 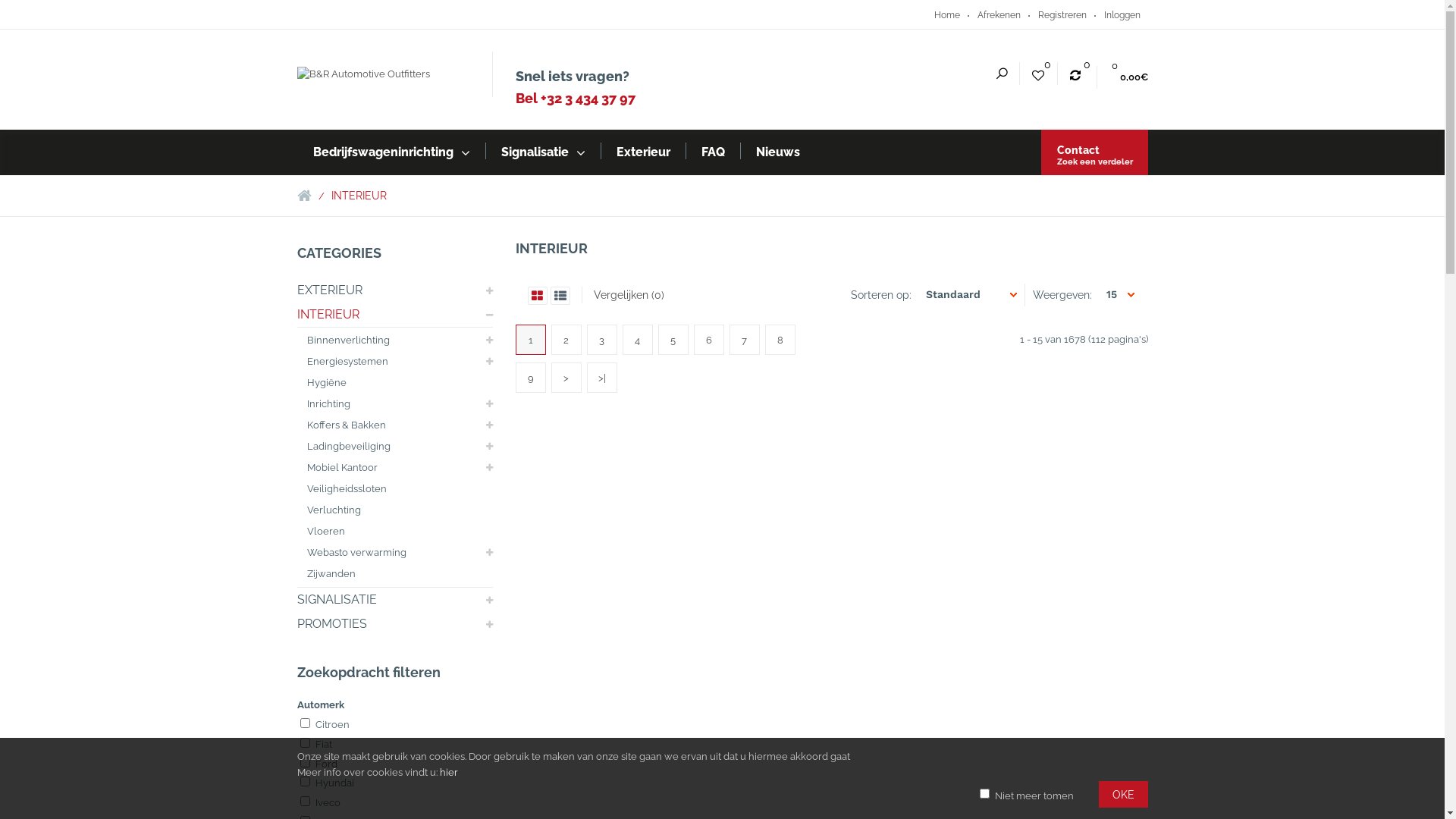 What do you see at coordinates (305, 467) in the screenshot?
I see `'Mobiel Kantoor'` at bounding box center [305, 467].